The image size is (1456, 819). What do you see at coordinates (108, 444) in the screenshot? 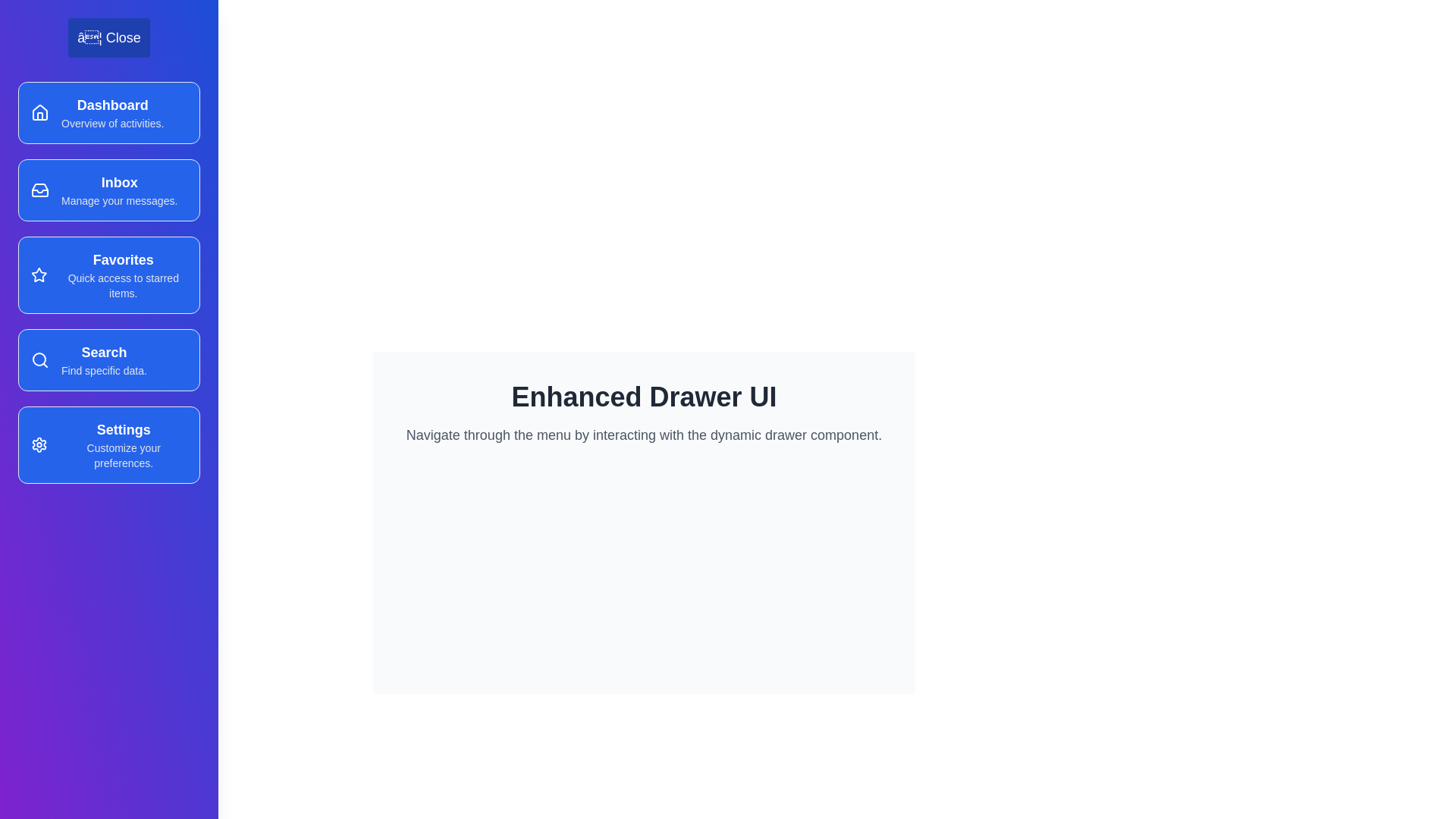
I see `the menu item Settings` at bounding box center [108, 444].